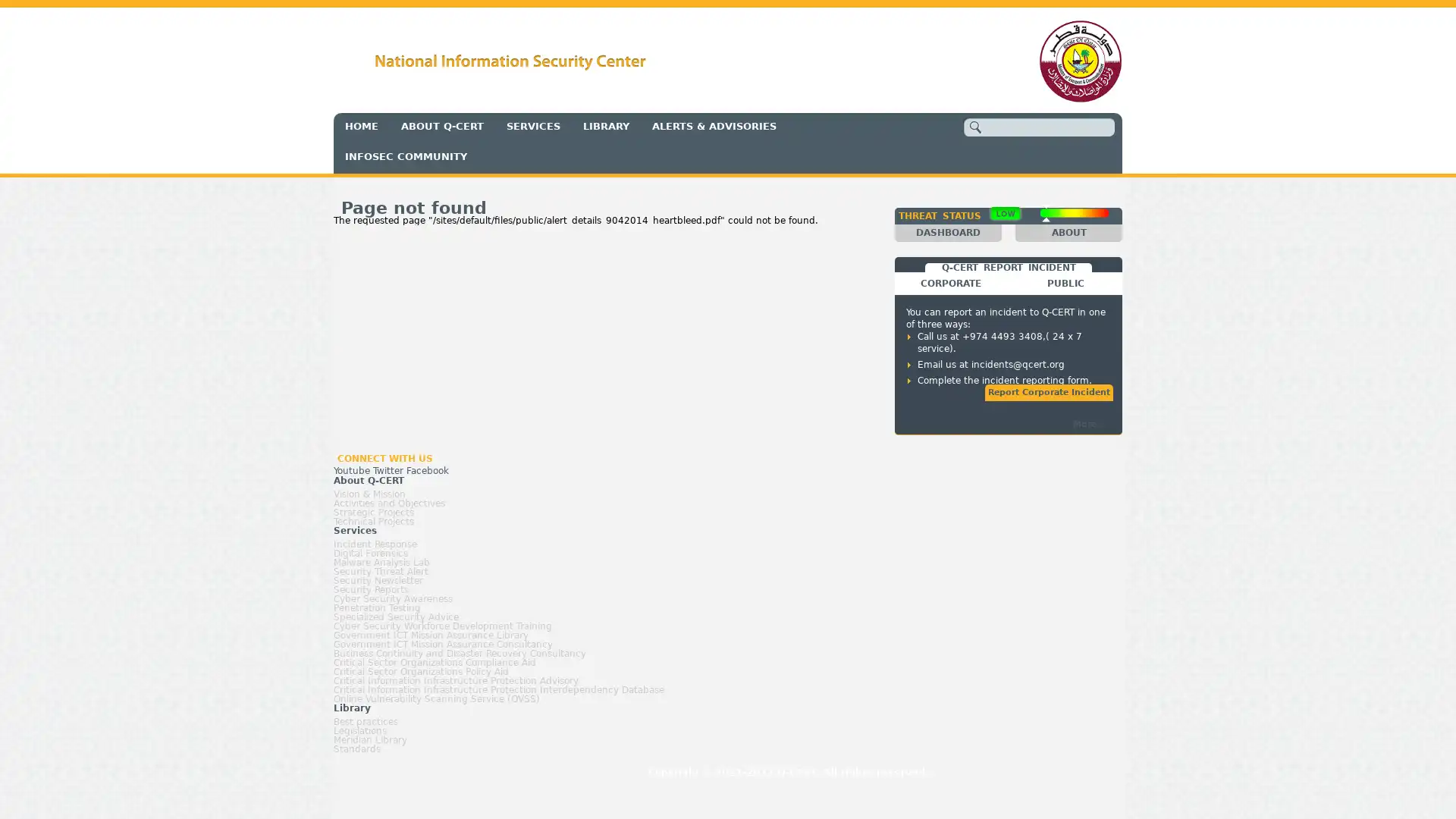  I want to click on Search, so click(975, 126).